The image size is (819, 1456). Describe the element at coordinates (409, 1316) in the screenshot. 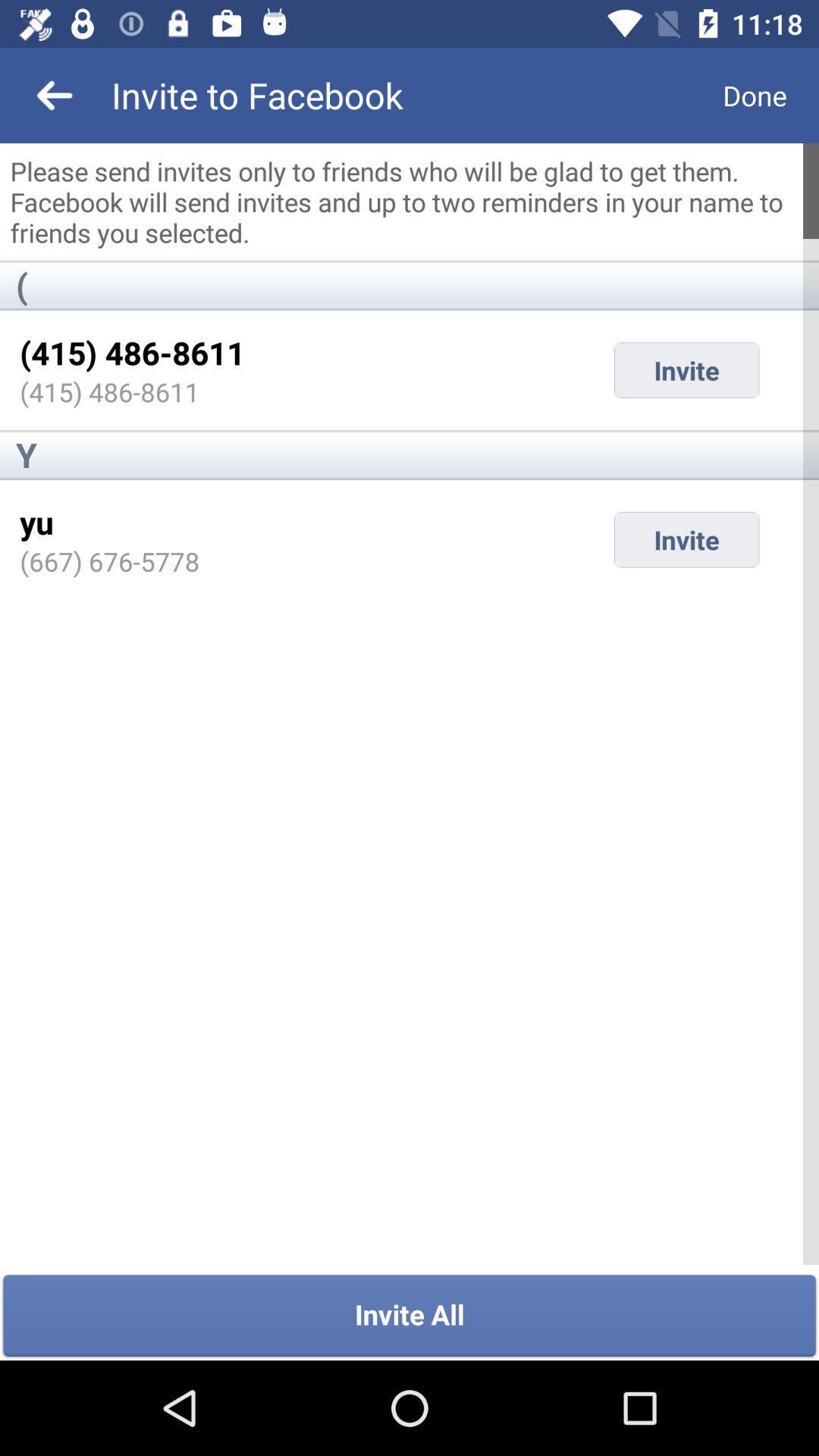

I see `the item below the (667) 676-5778 icon` at that location.